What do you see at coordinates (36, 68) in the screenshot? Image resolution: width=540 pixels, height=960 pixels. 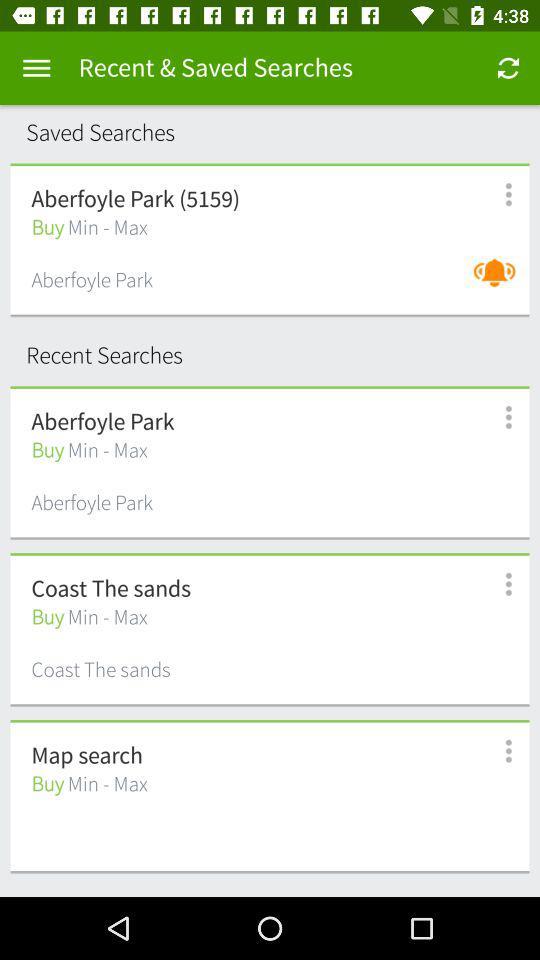 I see `the icon to the left of recent & saved searches app` at bounding box center [36, 68].